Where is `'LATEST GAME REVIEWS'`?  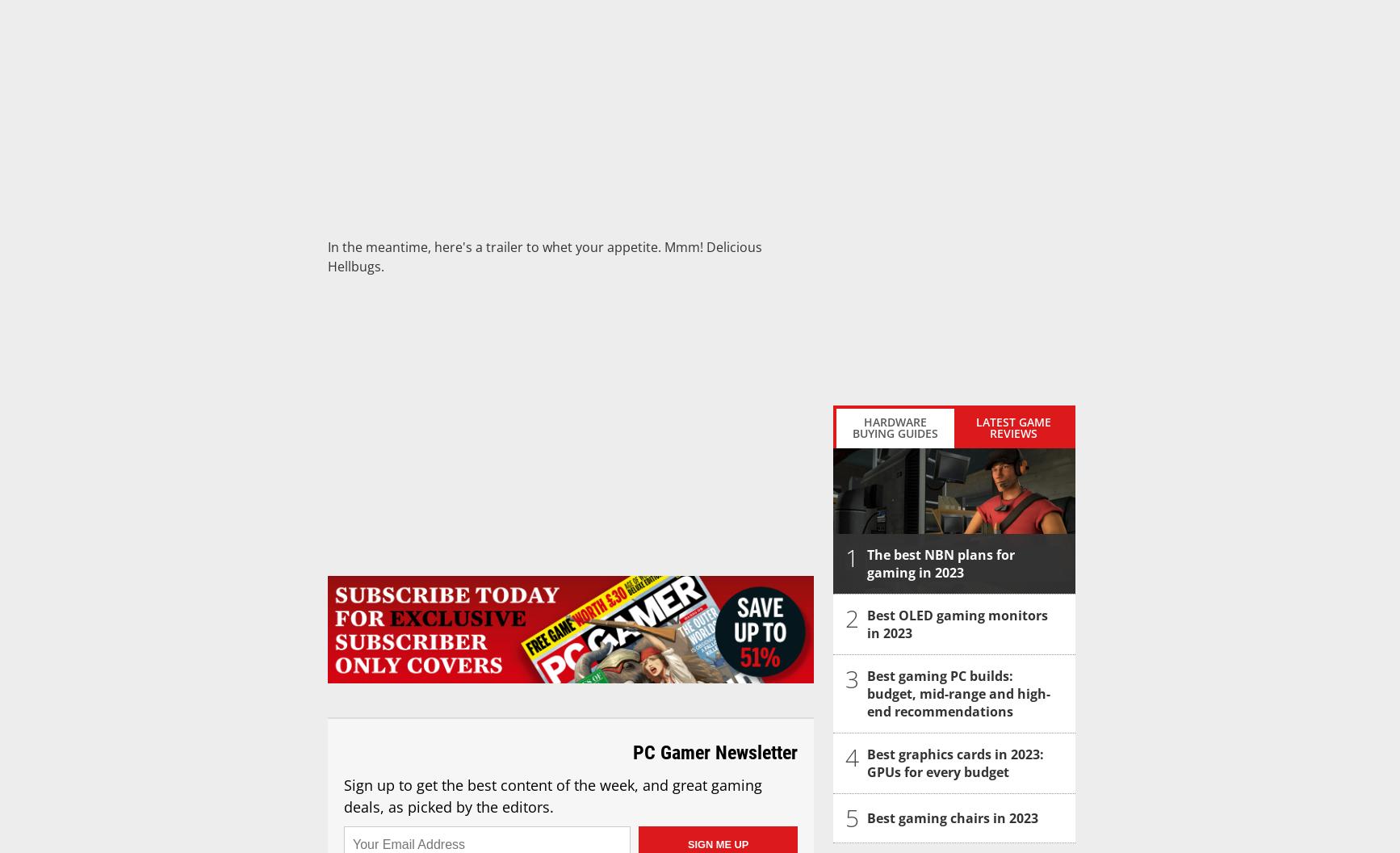 'LATEST GAME REVIEWS' is located at coordinates (1012, 426).